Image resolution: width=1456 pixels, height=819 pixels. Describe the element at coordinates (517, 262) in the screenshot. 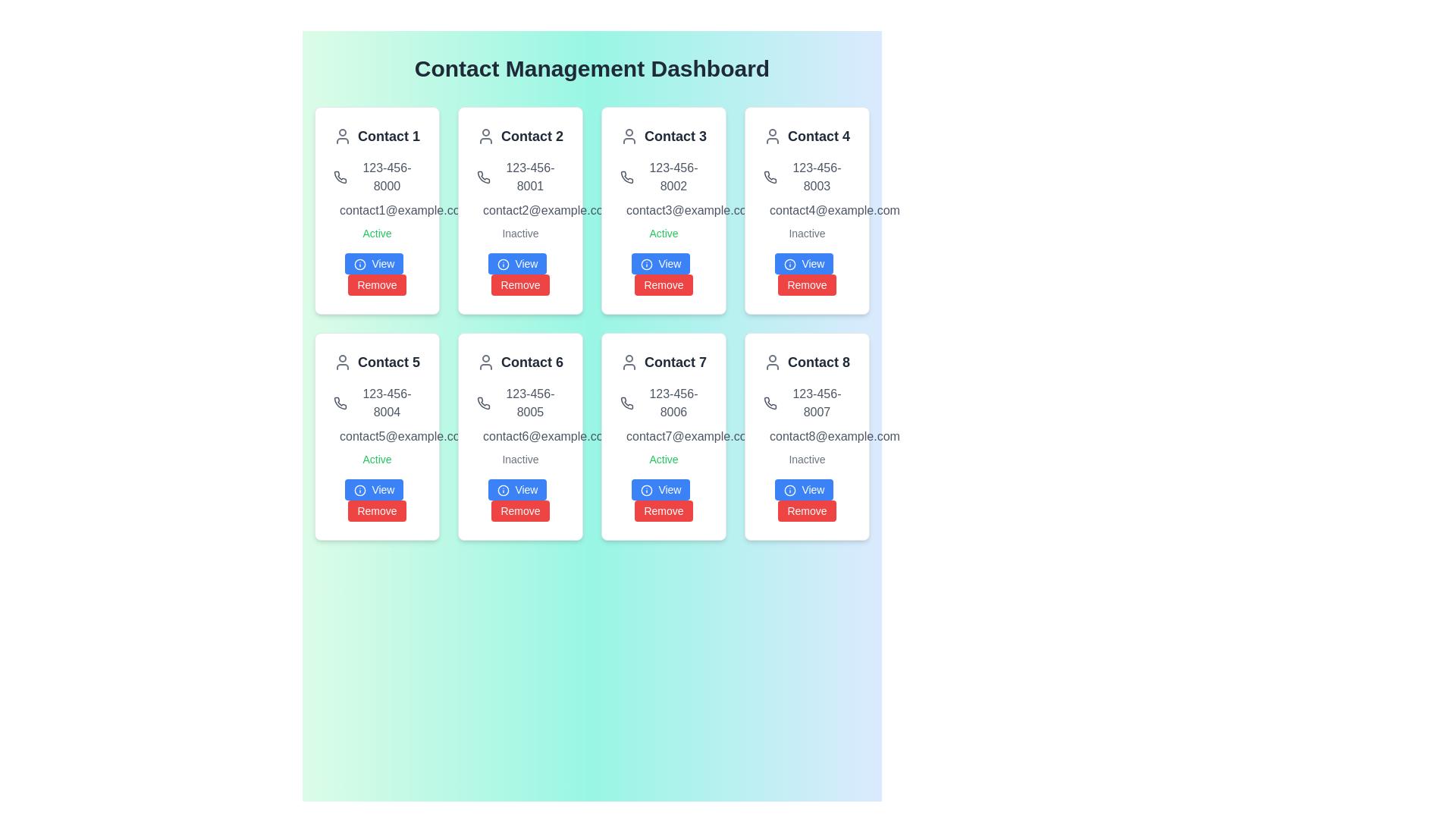

I see `the 'View' button located inside the card under the header 'Contact 2', positioned in the second column of the first row in the grid layout, which is the upper button in a vertical pair of buttons` at that location.